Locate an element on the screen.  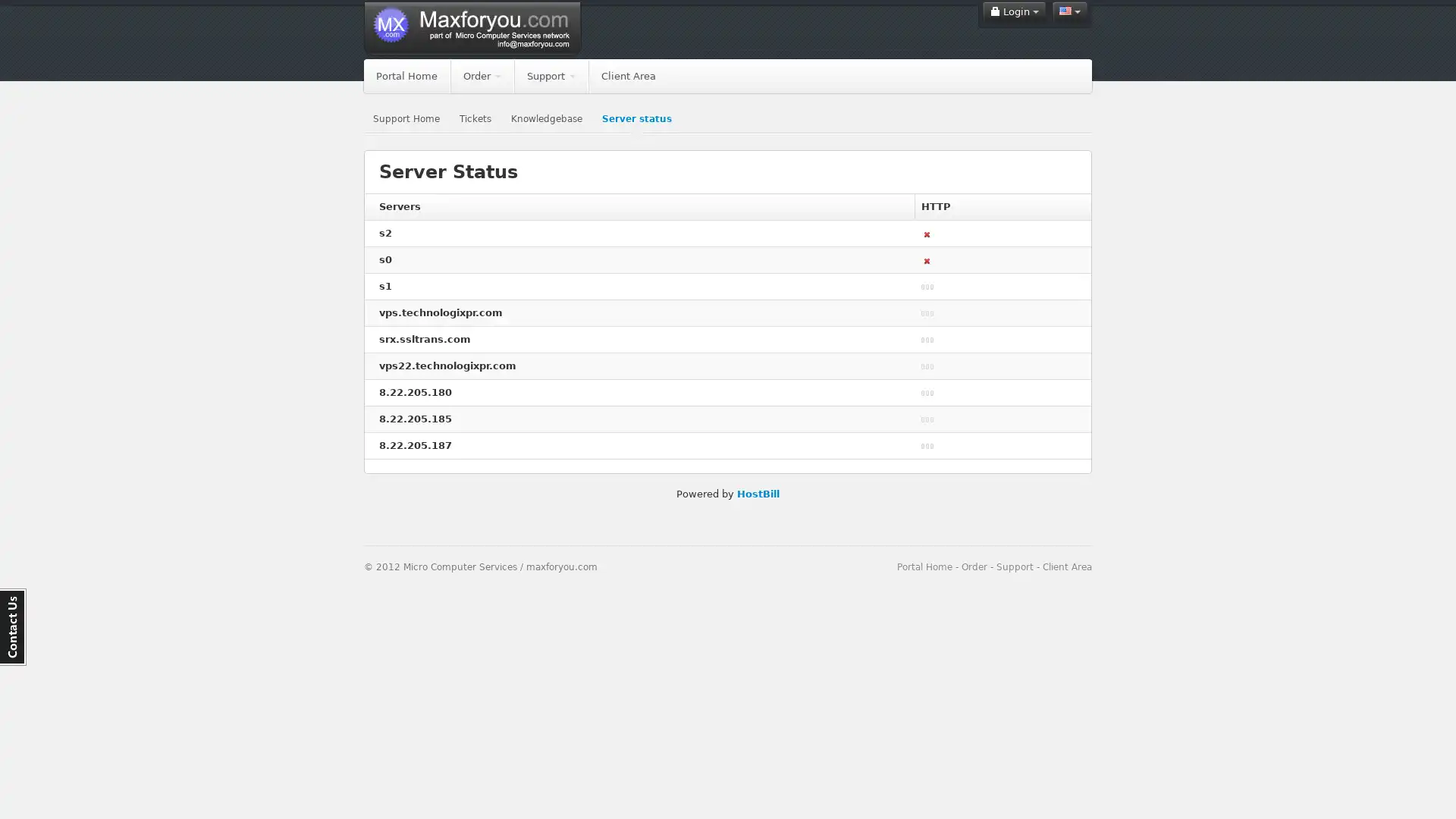
Login is located at coordinates (1014, 11).